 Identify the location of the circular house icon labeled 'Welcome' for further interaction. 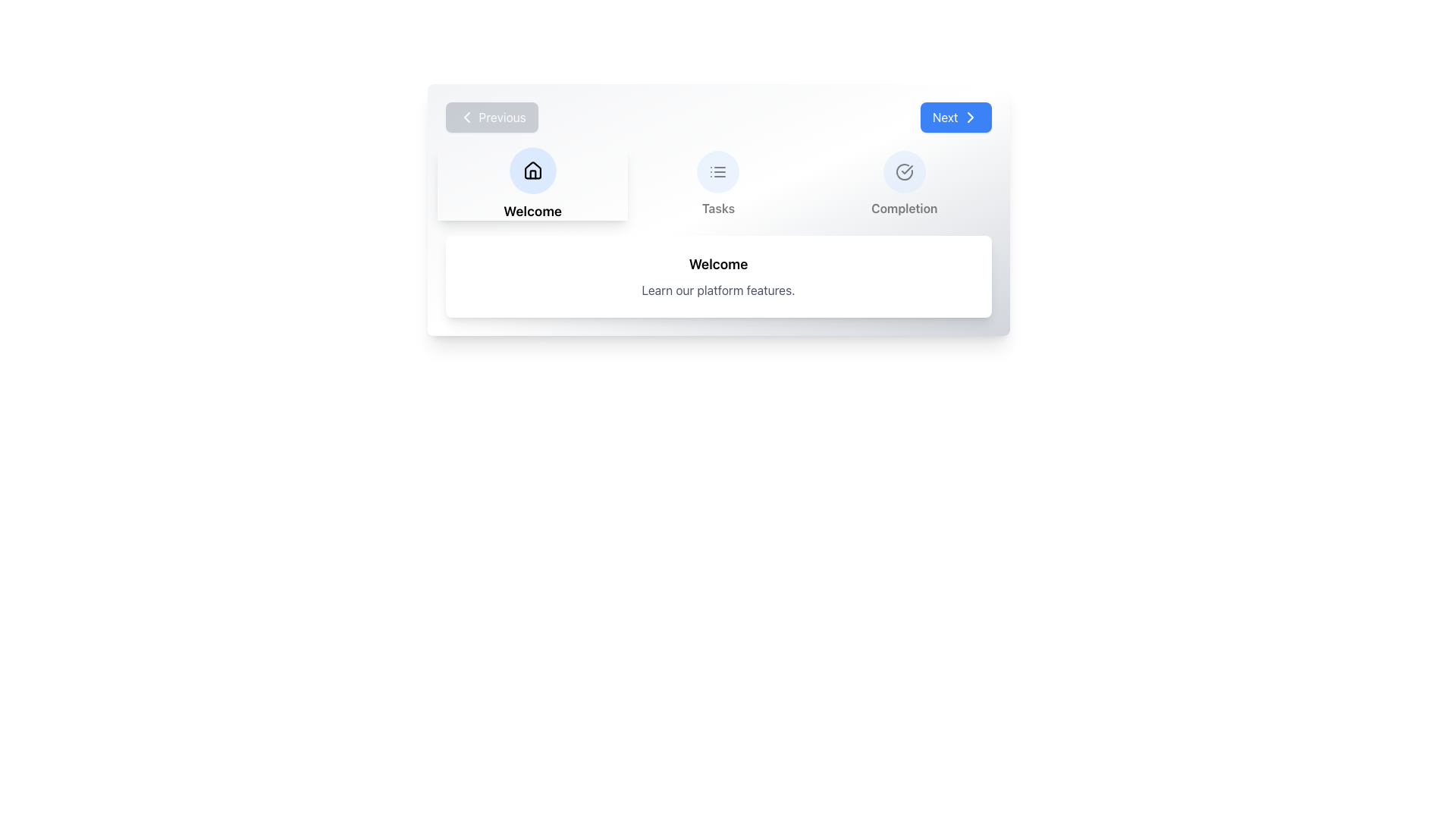
(532, 184).